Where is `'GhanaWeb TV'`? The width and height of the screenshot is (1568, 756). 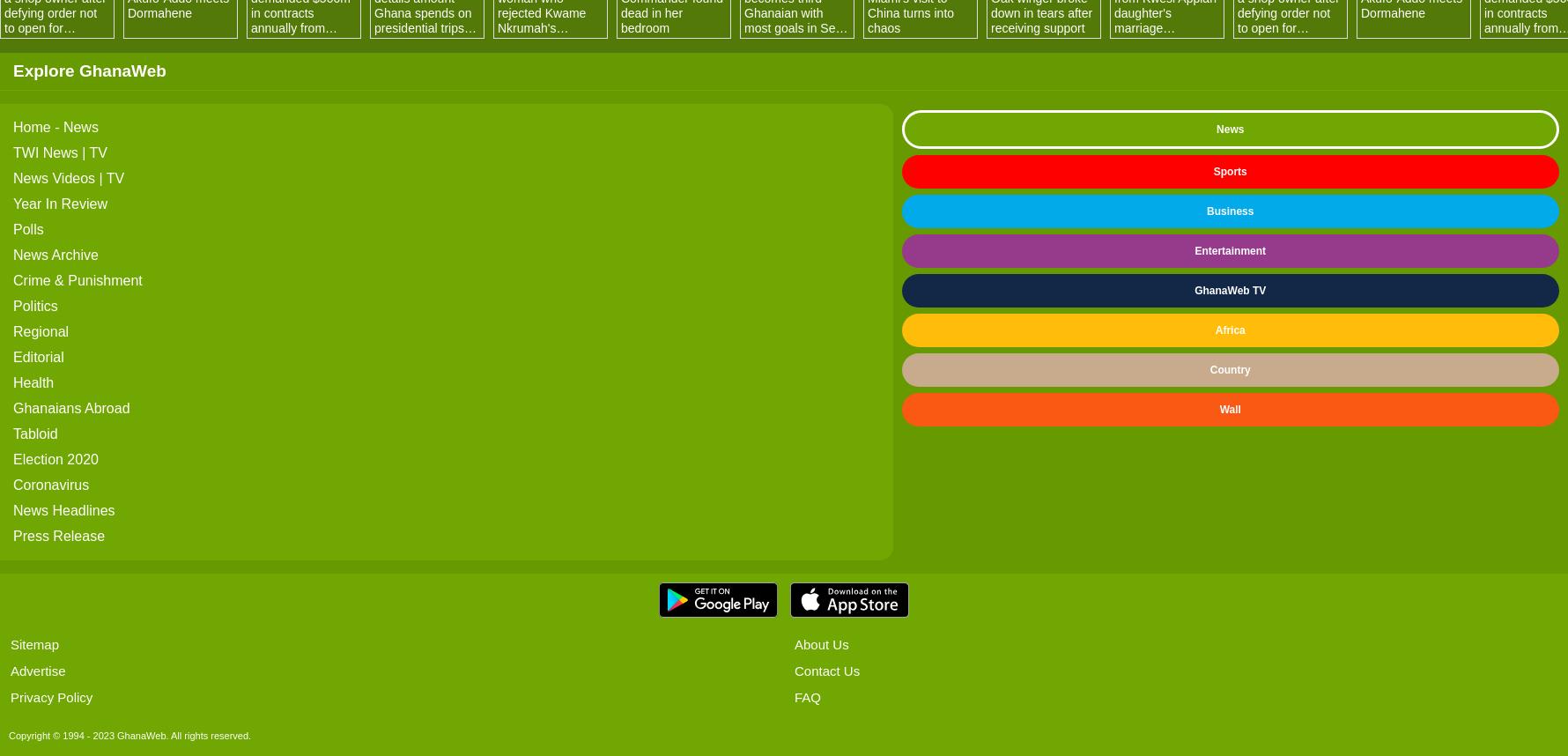
'GhanaWeb TV' is located at coordinates (1230, 288).